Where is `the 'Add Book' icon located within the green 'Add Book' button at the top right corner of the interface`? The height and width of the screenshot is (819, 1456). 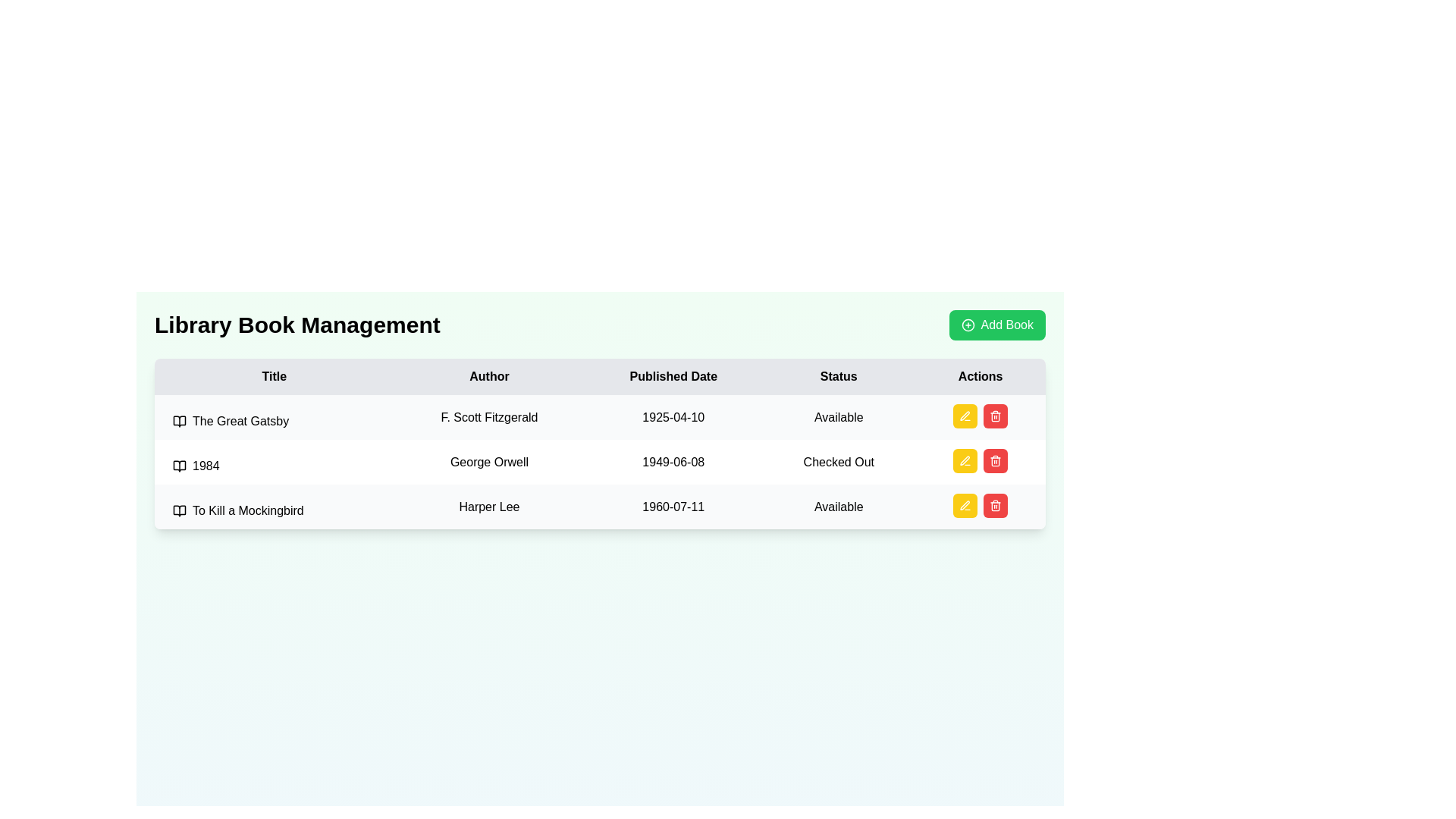 the 'Add Book' icon located within the green 'Add Book' button at the top right corner of the interface is located at coordinates (967, 324).